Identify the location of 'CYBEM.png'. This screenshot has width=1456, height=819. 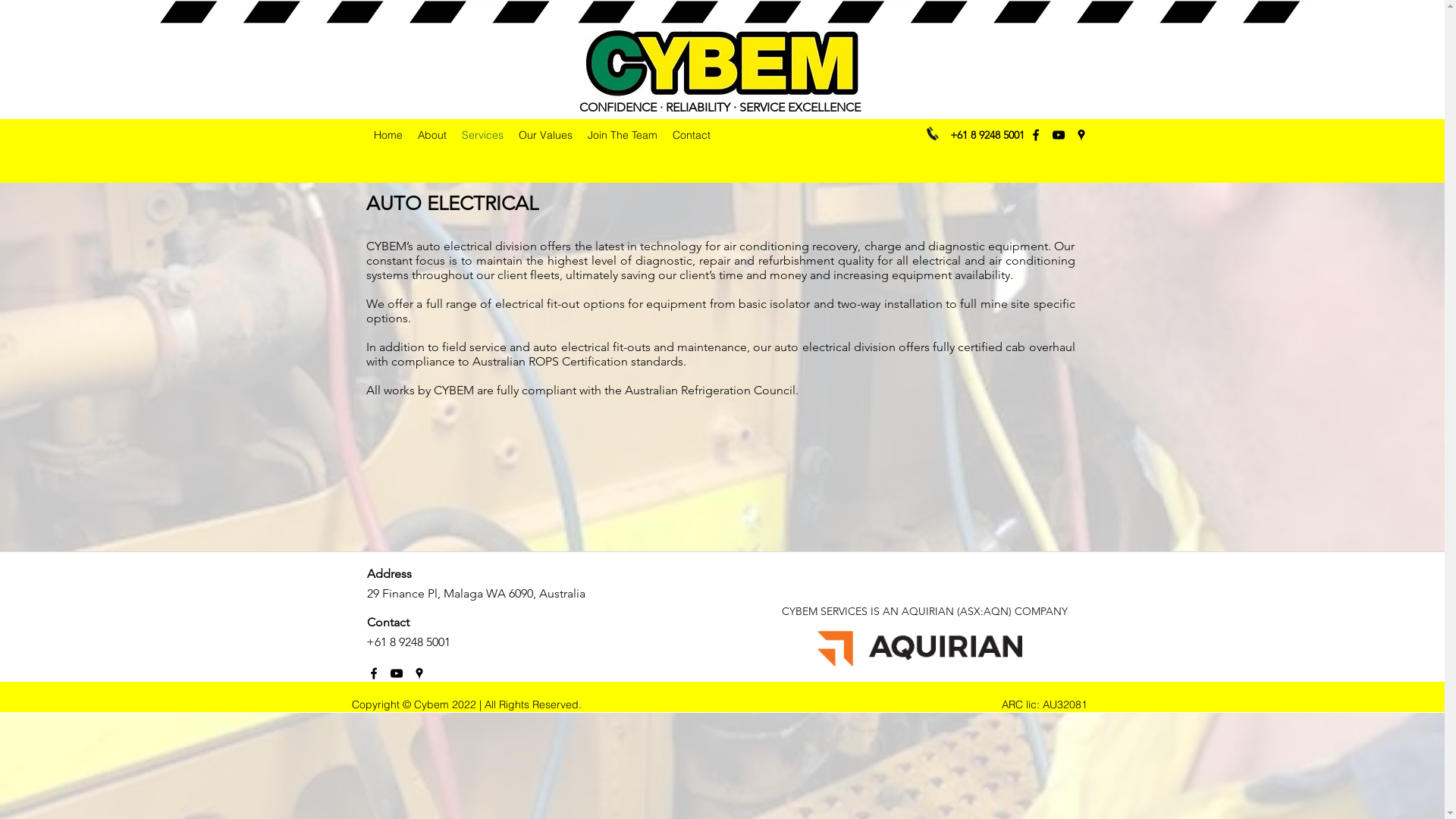
(582, 61).